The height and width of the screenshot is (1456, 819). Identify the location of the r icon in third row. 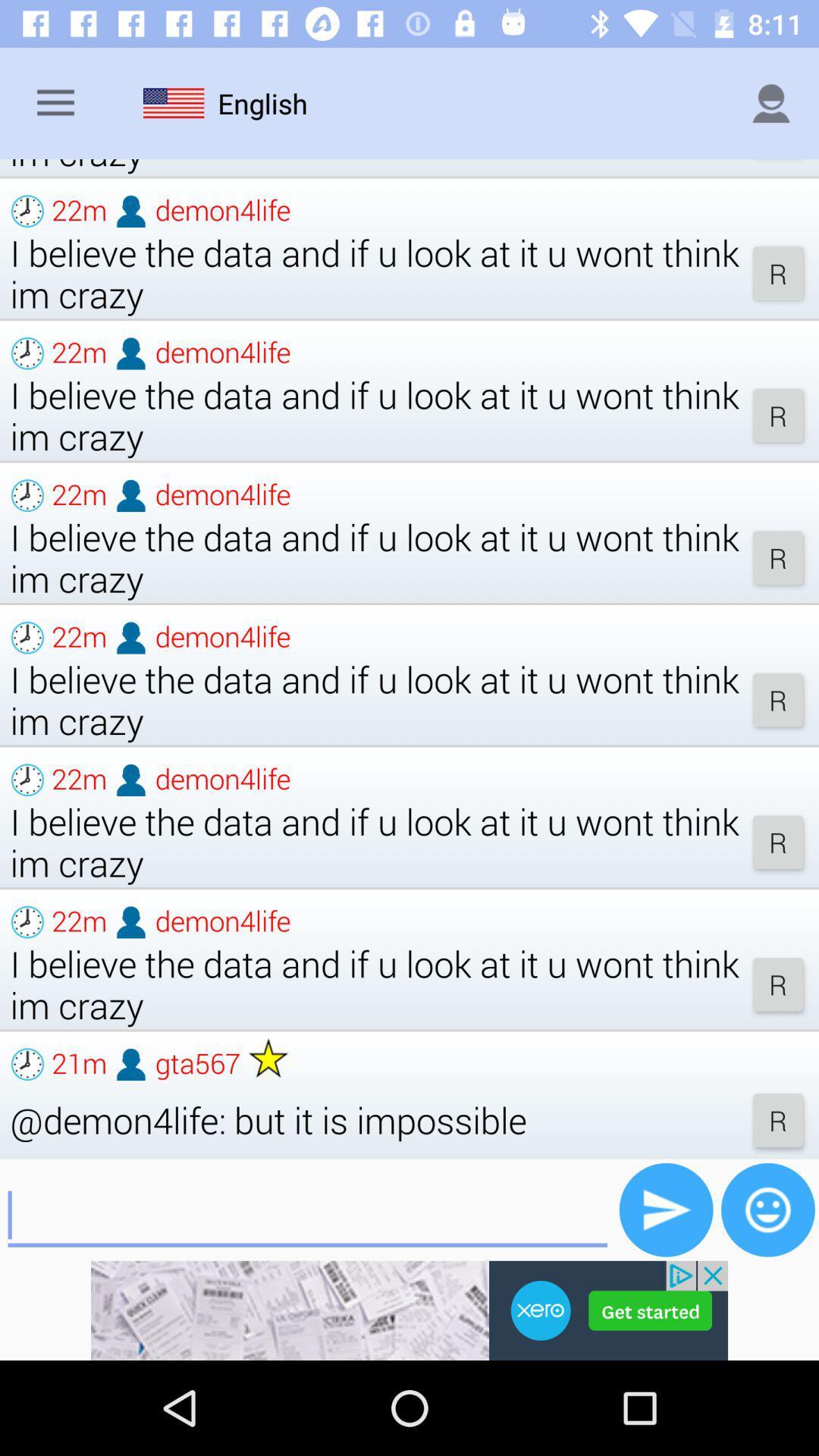
(778, 557).